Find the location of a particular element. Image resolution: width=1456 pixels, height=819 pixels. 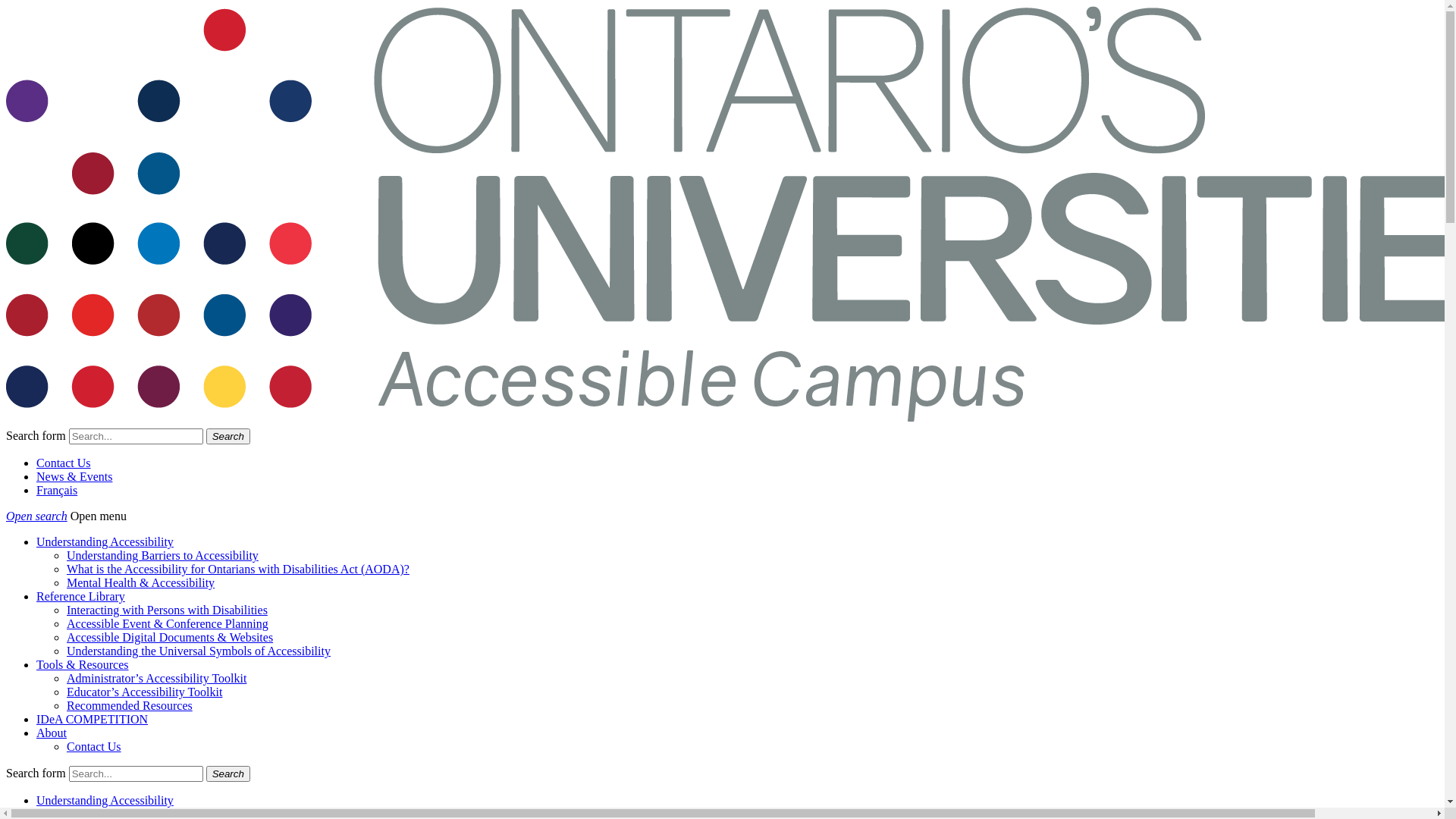

'Understanding the Universal Symbols of Accessibility' is located at coordinates (198, 650).